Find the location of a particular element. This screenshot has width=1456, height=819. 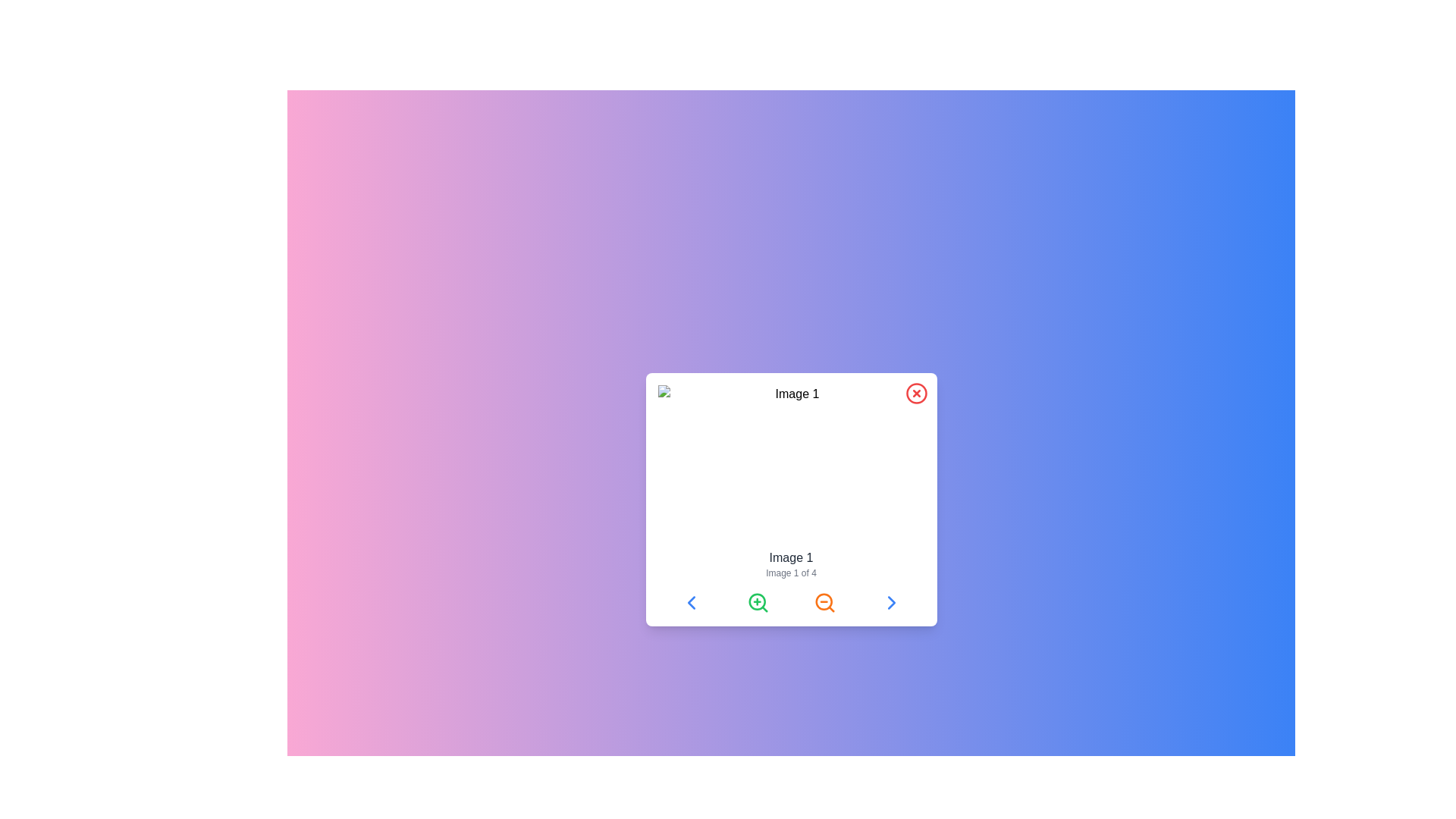

the close button located in the top-right corner of the card interface is located at coordinates (915, 393).